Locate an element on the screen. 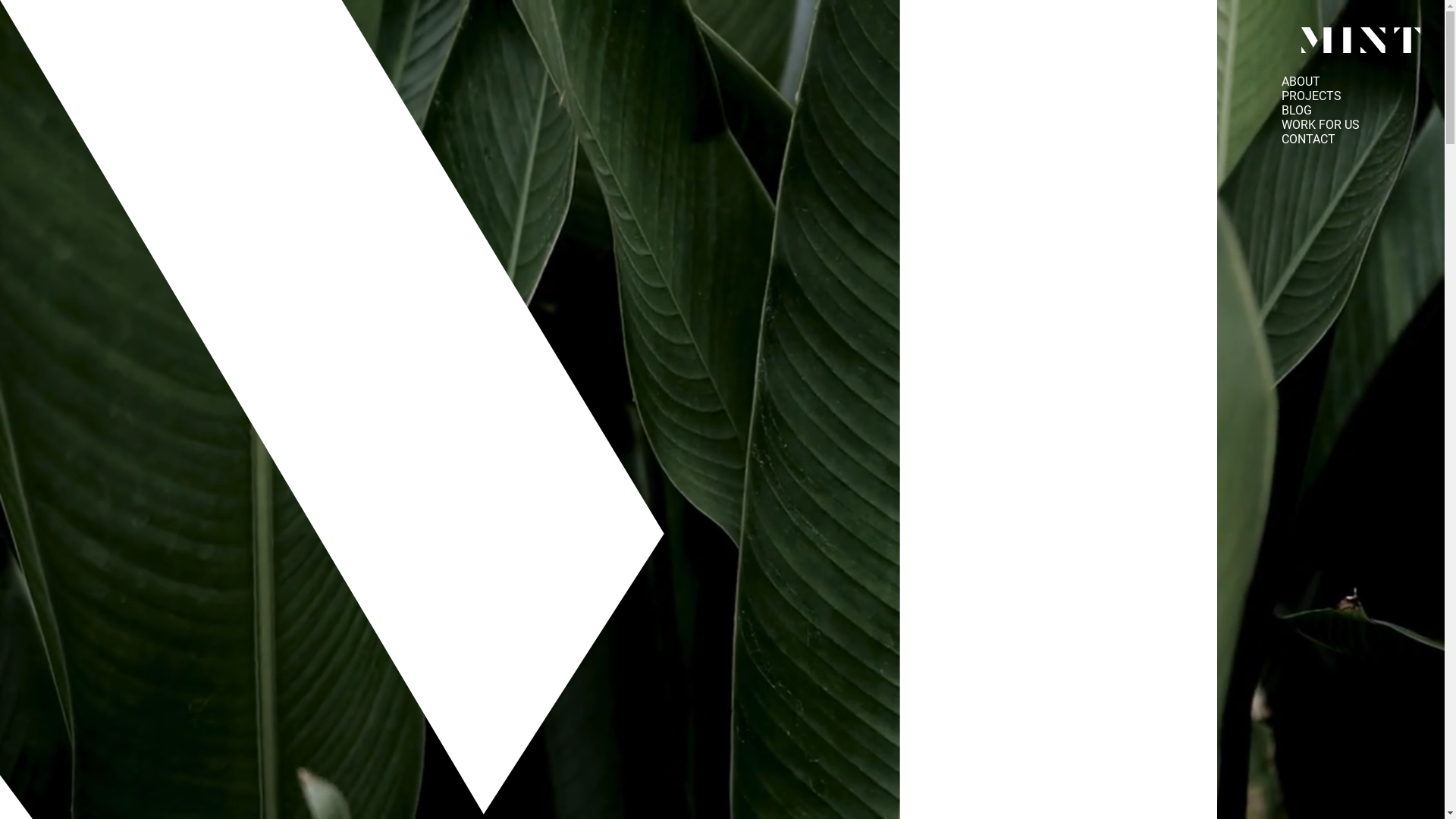 The width and height of the screenshot is (1456, 819). 'CONTACT' is located at coordinates (1307, 139).